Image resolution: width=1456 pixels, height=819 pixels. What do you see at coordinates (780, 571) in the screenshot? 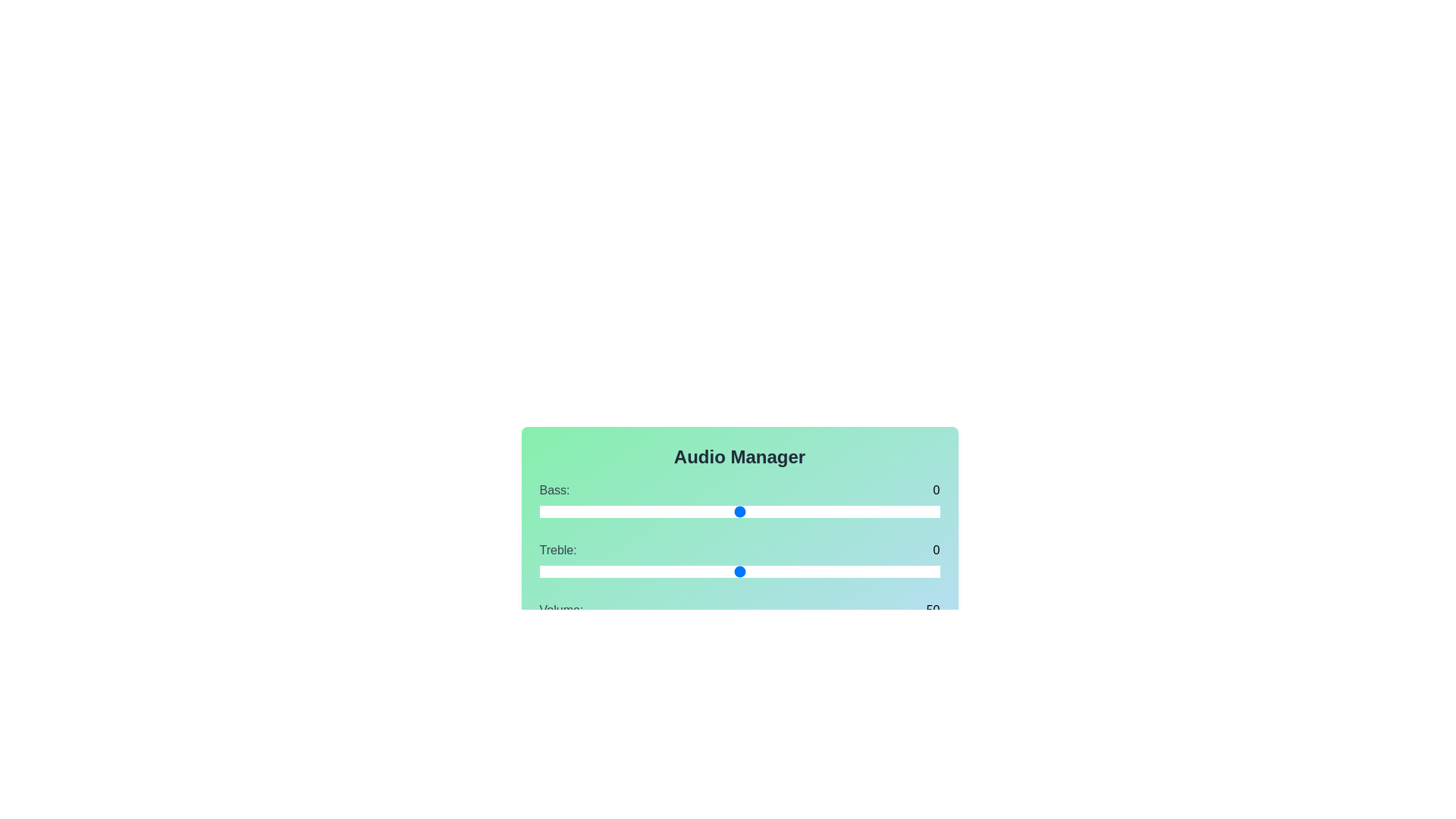
I see `the Treble slider to 2` at bounding box center [780, 571].